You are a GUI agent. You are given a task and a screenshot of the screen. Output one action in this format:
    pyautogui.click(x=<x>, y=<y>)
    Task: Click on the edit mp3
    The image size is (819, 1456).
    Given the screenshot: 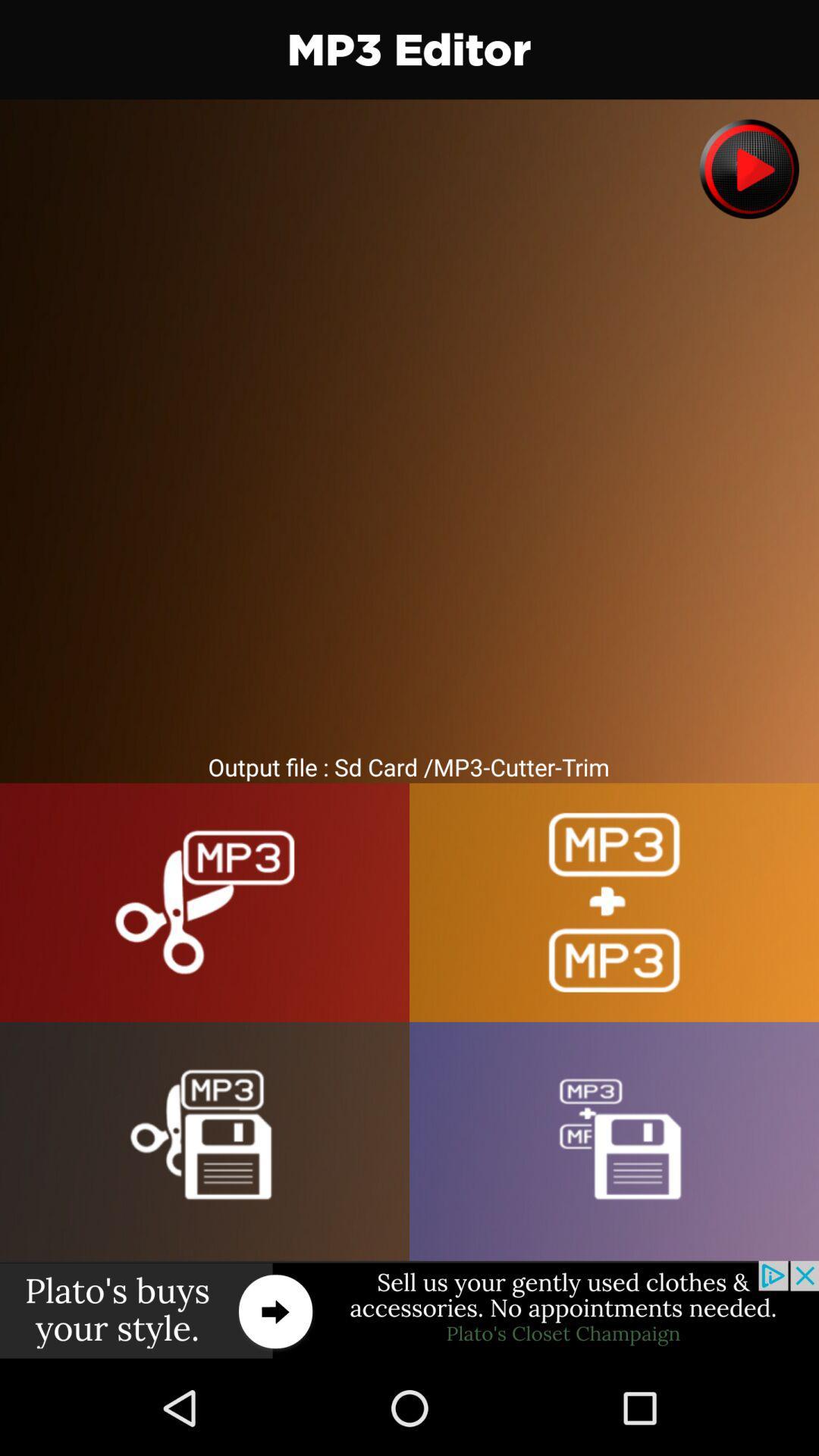 What is the action you would take?
    pyautogui.click(x=205, y=902)
    